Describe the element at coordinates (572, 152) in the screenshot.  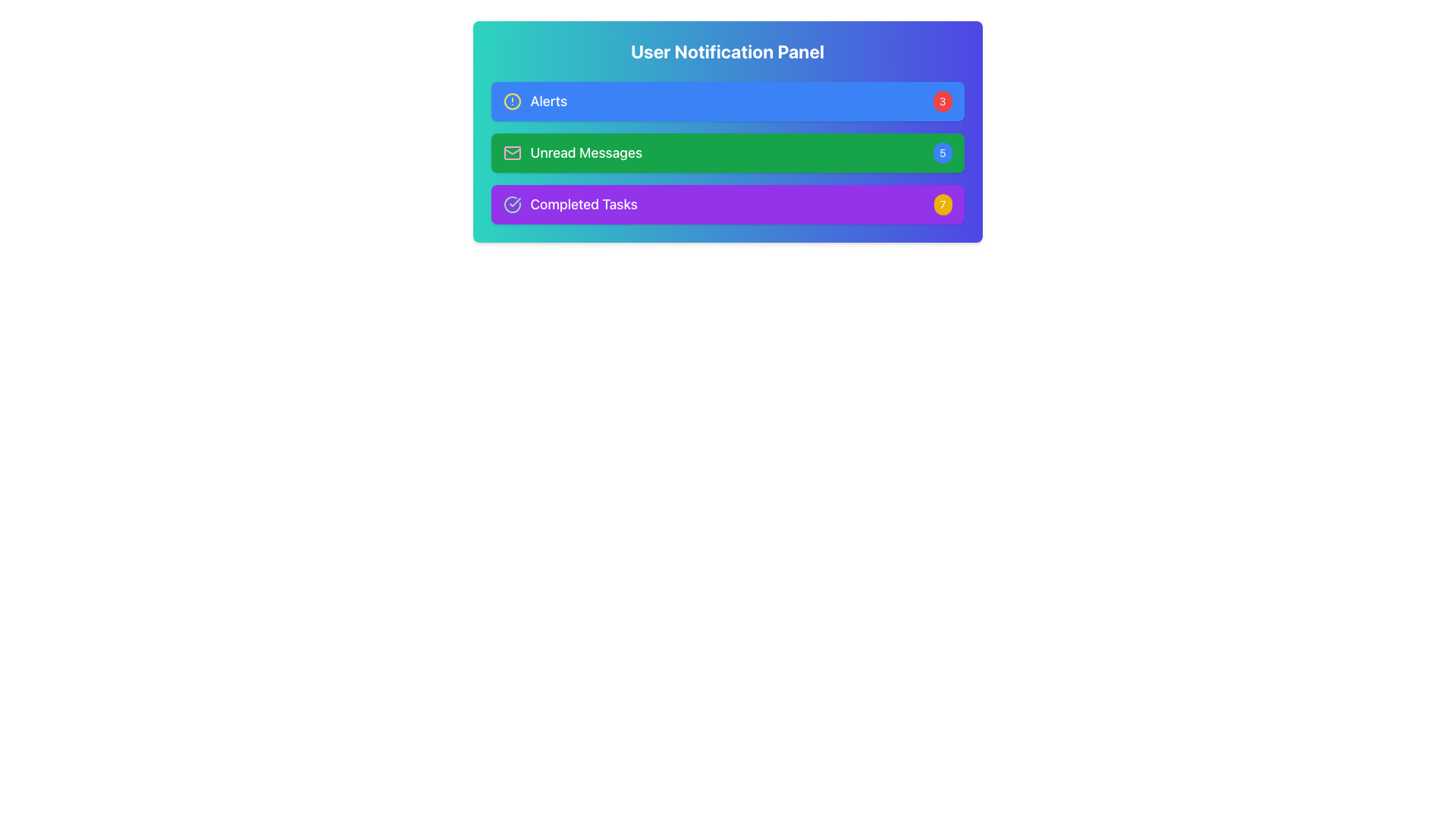
I see `the informational label displaying an icon of a pink mail envelope and the text 'Unread Messages' on a green background within the notification panel` at that location.